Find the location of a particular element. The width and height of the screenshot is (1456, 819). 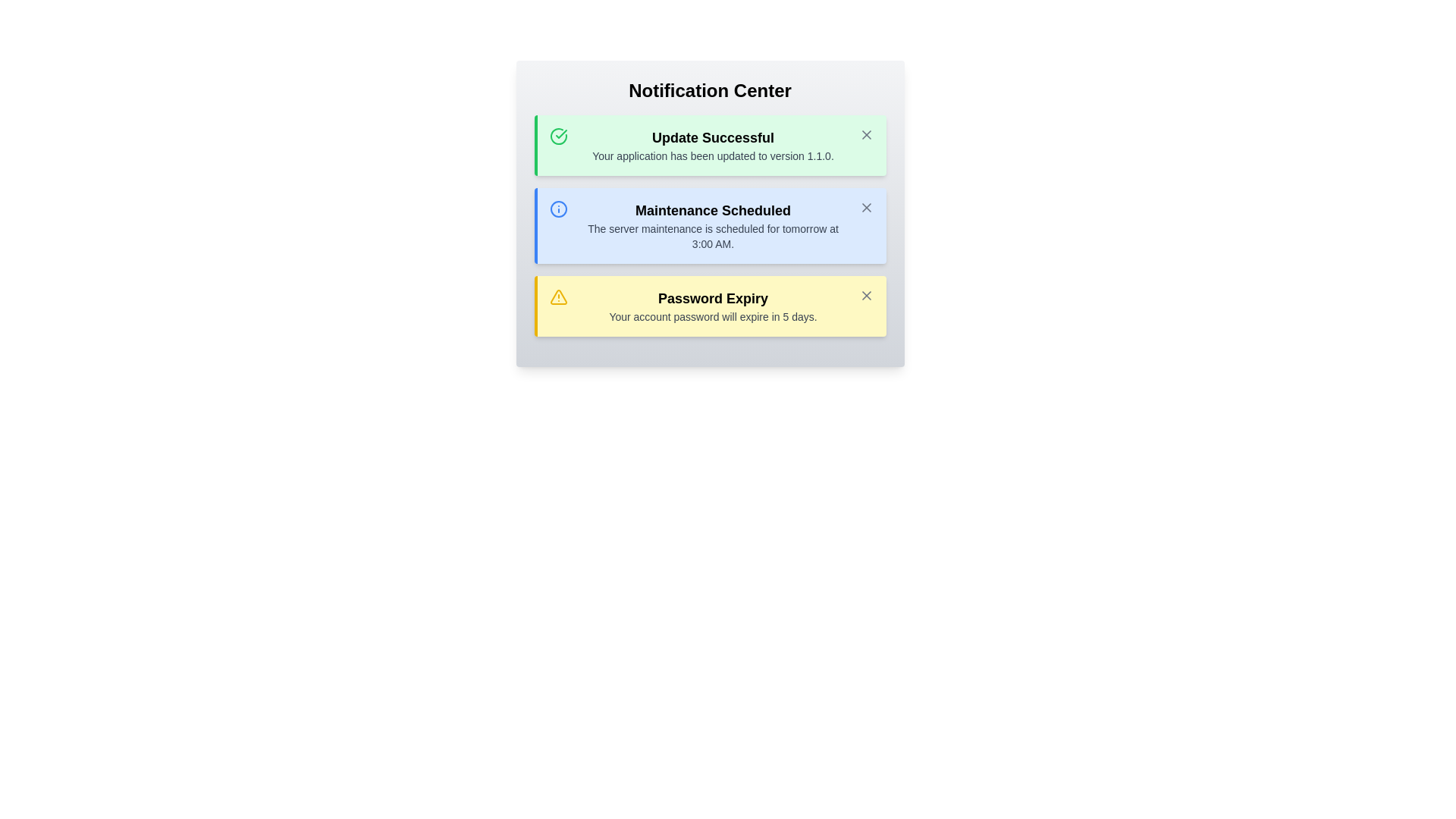

the circular SVG icon with a blue stroke located to the left of the 'Maintenance Scheduled' notification text in the second notification entry is located at coordinates (557, 209).